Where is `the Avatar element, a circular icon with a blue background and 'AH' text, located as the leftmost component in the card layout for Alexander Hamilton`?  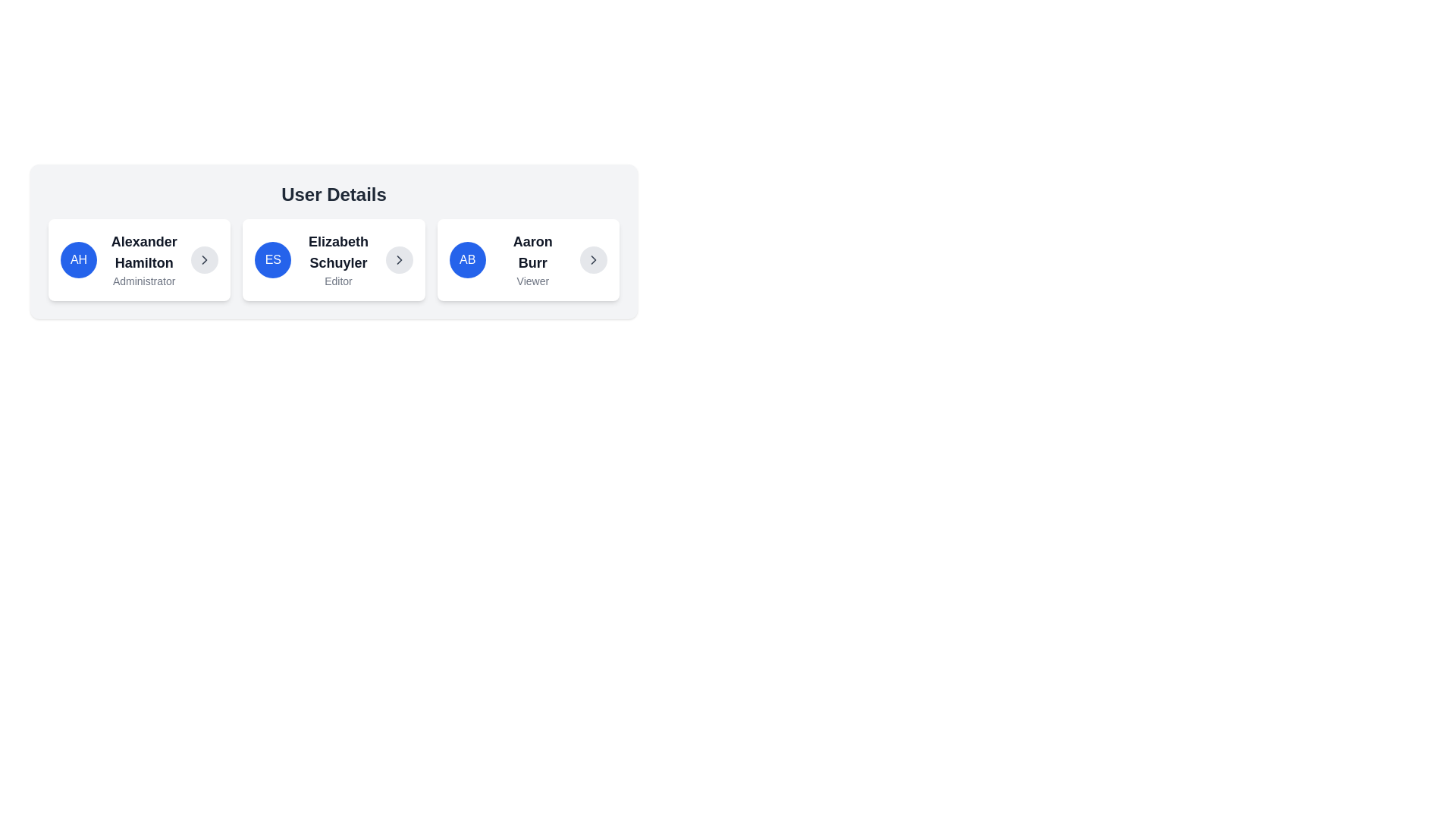 the Avatar element, a circular icon with a blue background and 'AH' text, located as the leftmost component in the card layout for Alexander Hamilton is located at coordinates (78, 259).